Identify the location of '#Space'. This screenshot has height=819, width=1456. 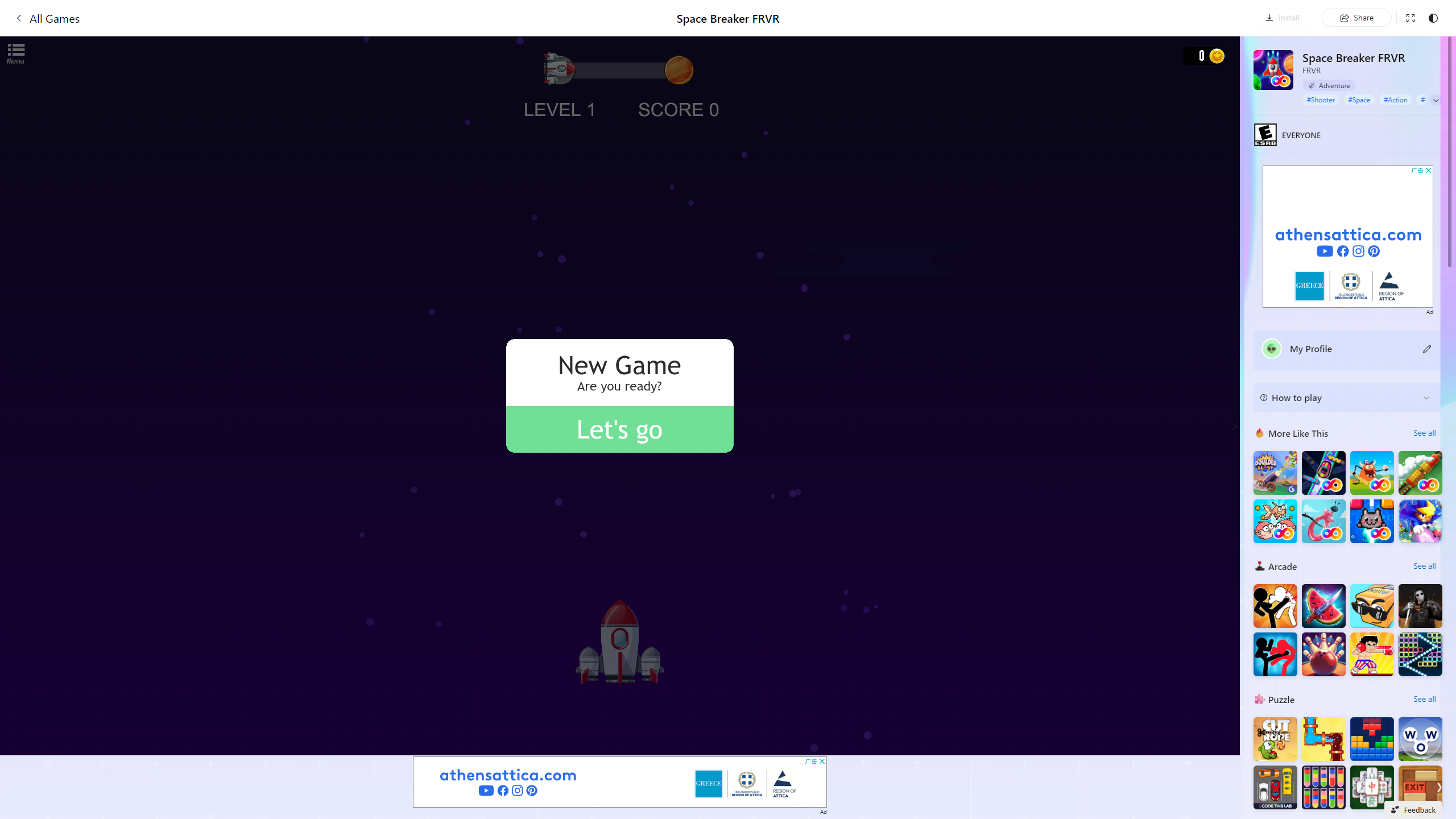
(1359, 98).